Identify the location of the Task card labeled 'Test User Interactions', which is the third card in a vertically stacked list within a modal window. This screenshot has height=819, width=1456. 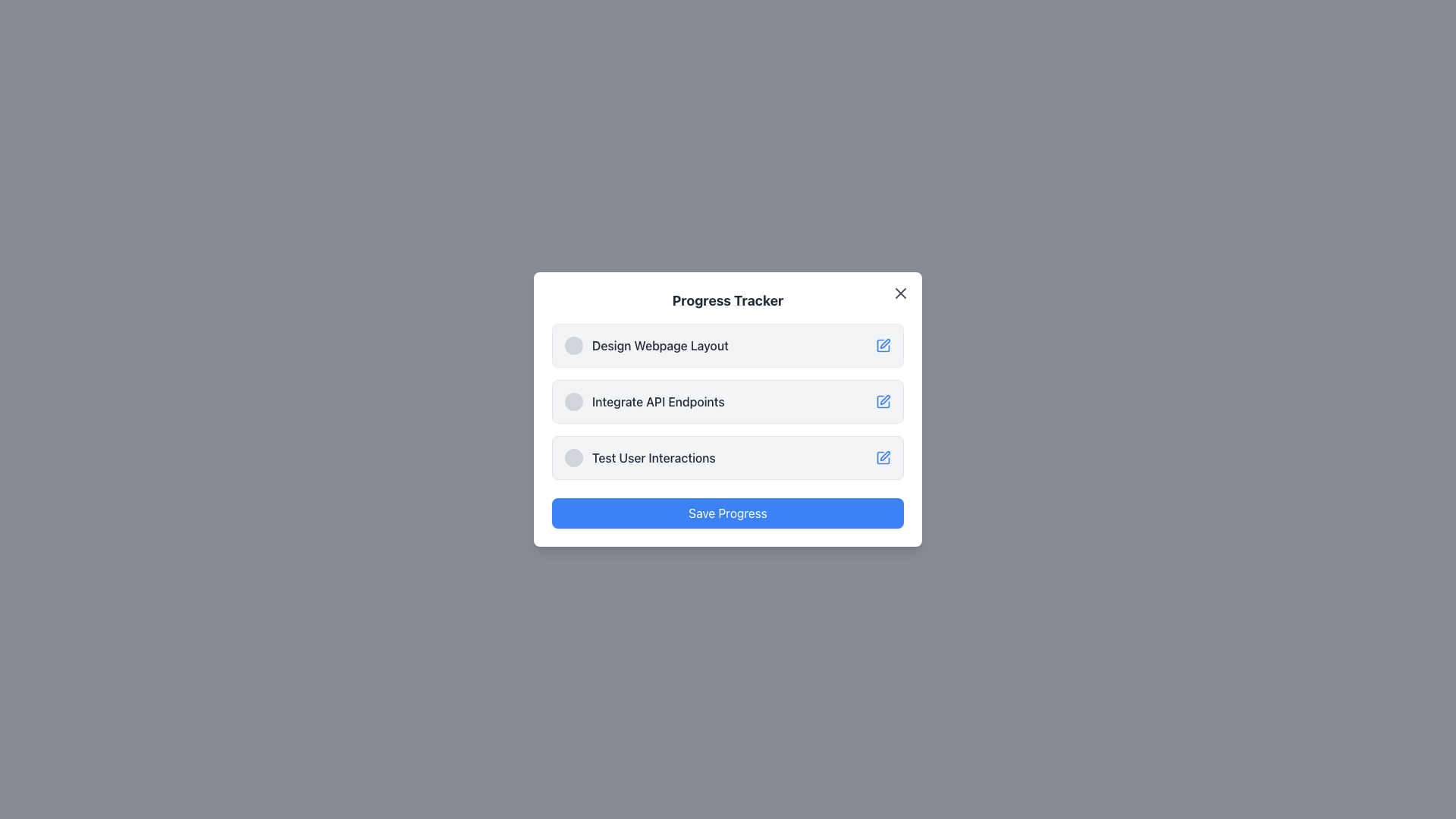
(728, 457).